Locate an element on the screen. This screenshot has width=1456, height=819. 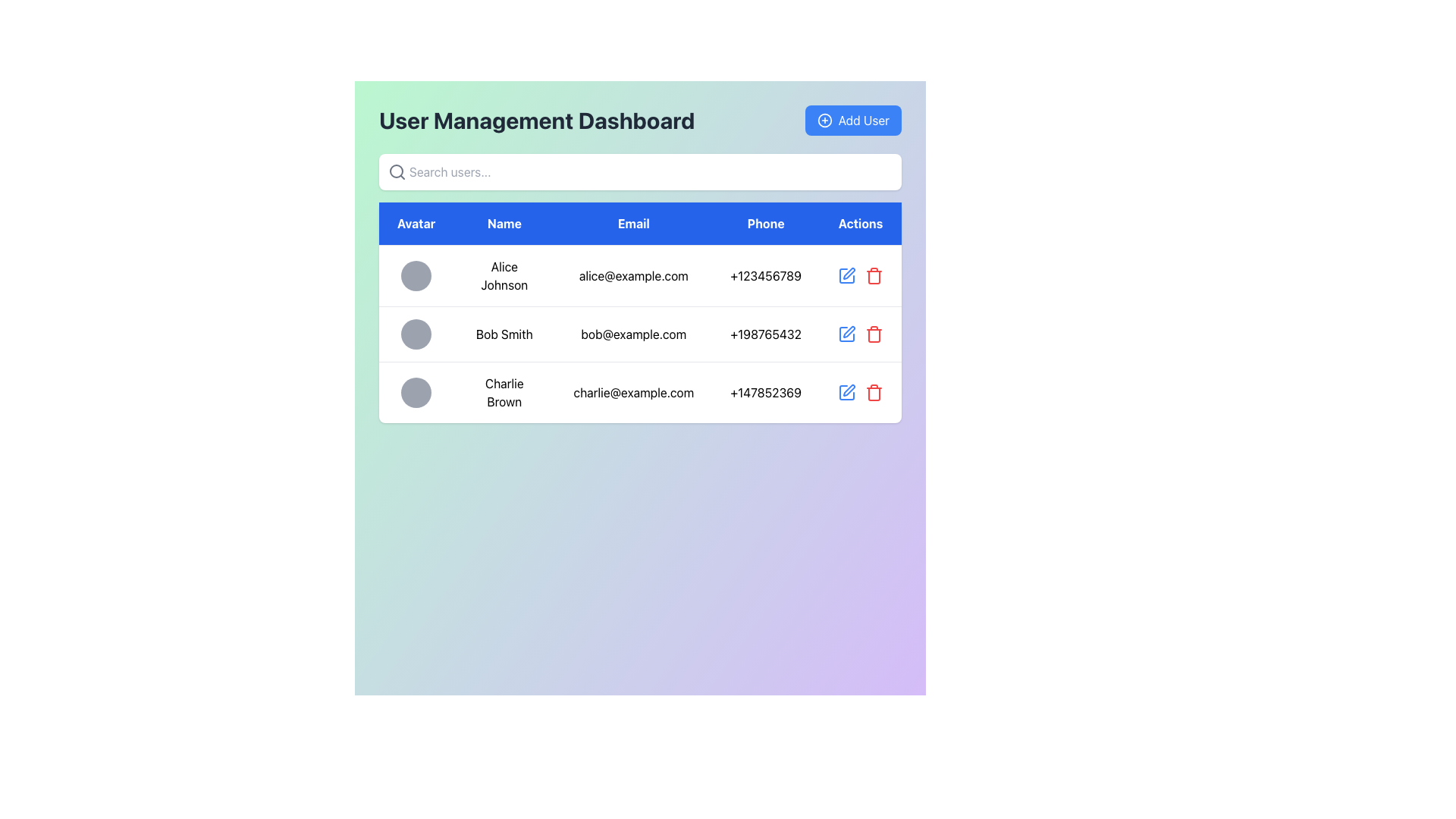
the static text field displaying the phone number '+147852369' for user 'Charlie Brown' in the user details table is located at coordinates (766, 391).